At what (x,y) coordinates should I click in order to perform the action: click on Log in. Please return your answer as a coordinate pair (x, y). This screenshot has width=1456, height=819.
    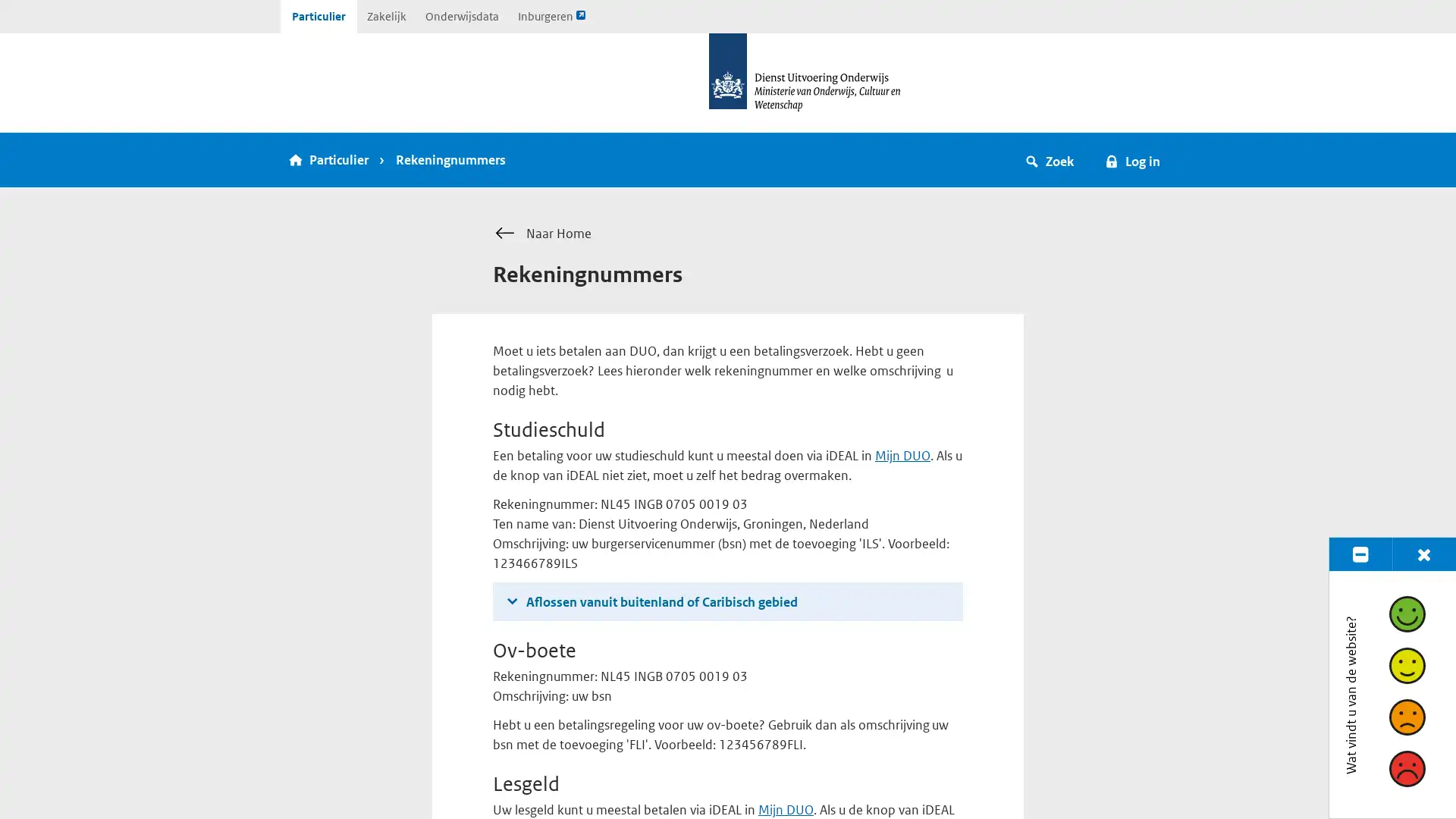
    Looking at the image, I should click on (1131, 160).